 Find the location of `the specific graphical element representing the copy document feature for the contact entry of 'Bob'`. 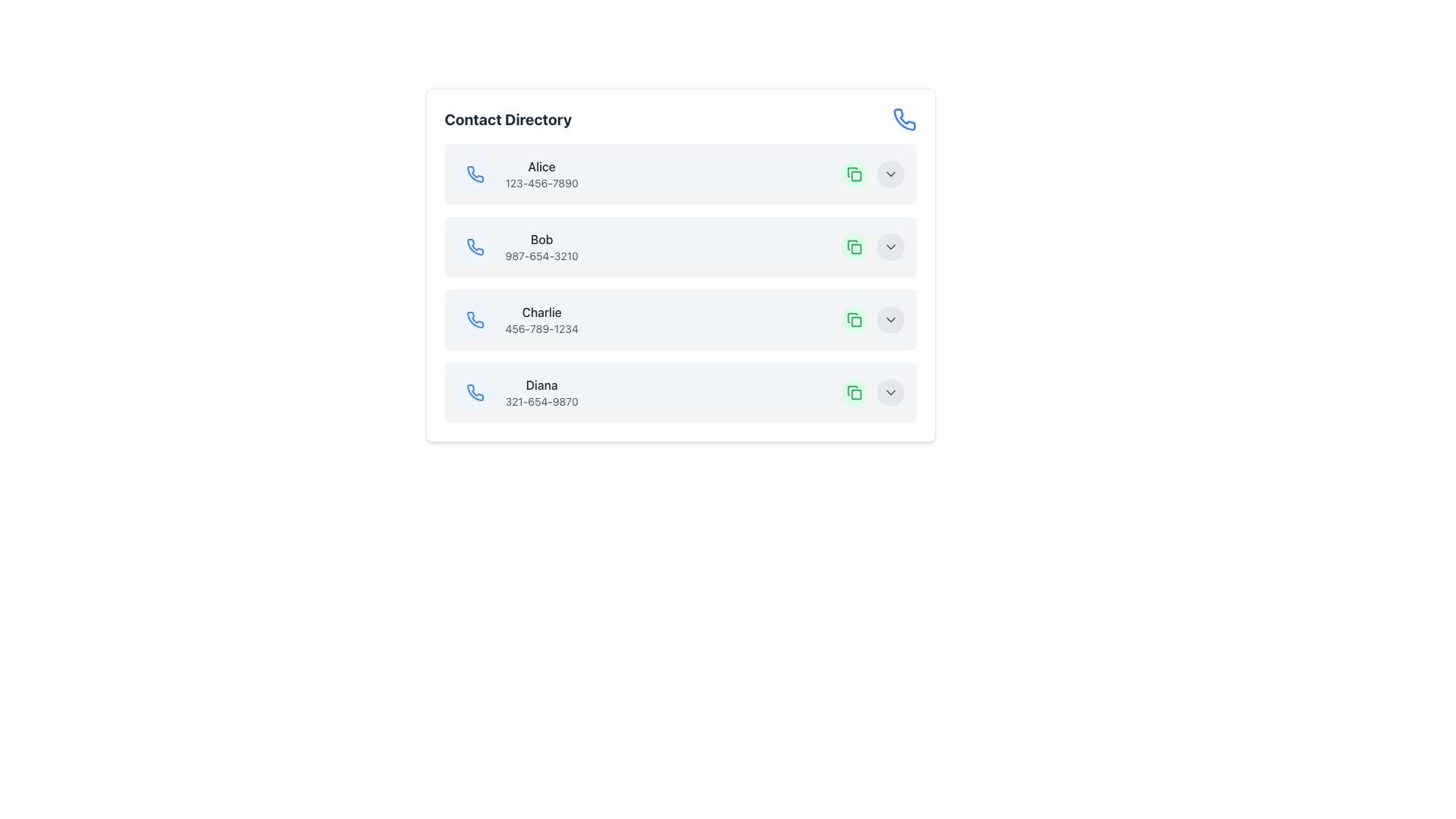

the specific graphical element representing the copy document feature for the contact entry of 'Bob' is located at coordinates (855, 248).